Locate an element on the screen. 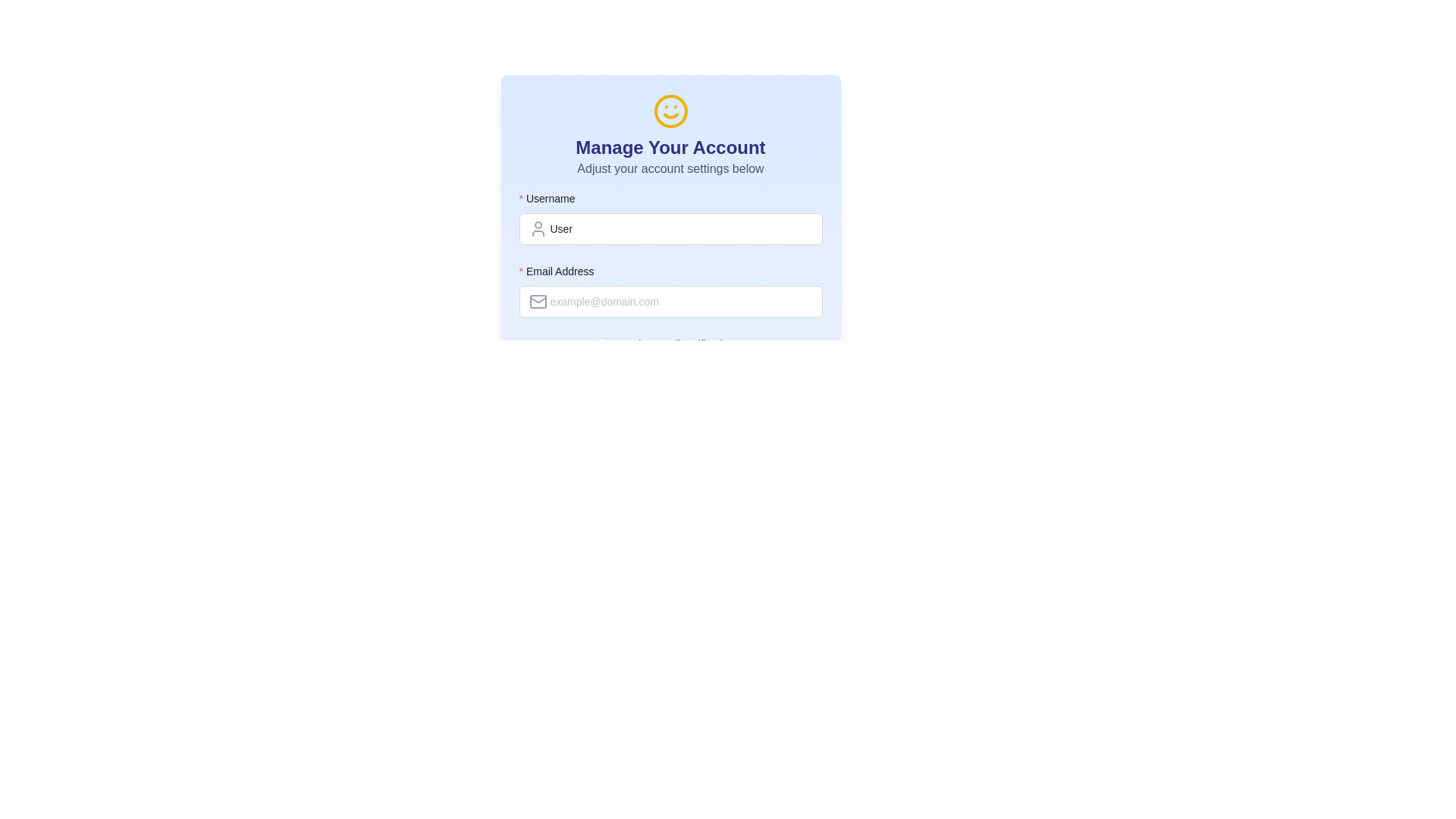 The width and height of the screenshot is (1456, 819). the input field within the vertical form layout for editing user information, which is positioned beneath 'Adjust your account settings below' is located at coordinates (670, 288).